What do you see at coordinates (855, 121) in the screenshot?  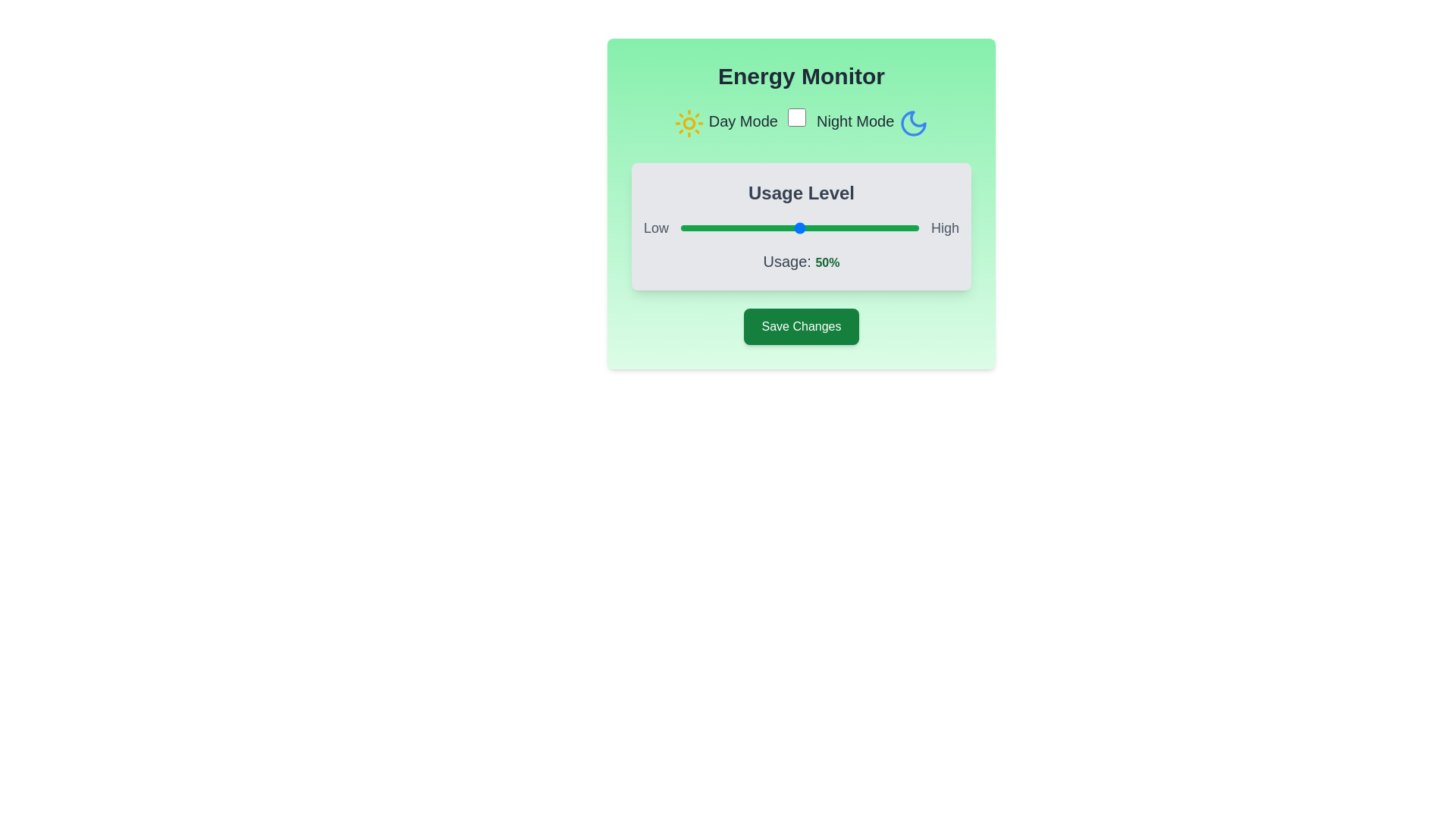 I see `the night mode label, which is located to the right of a checkbox and adjacent to a crescent moon icon, to identify its functionality` at bounding box center [855, 121].